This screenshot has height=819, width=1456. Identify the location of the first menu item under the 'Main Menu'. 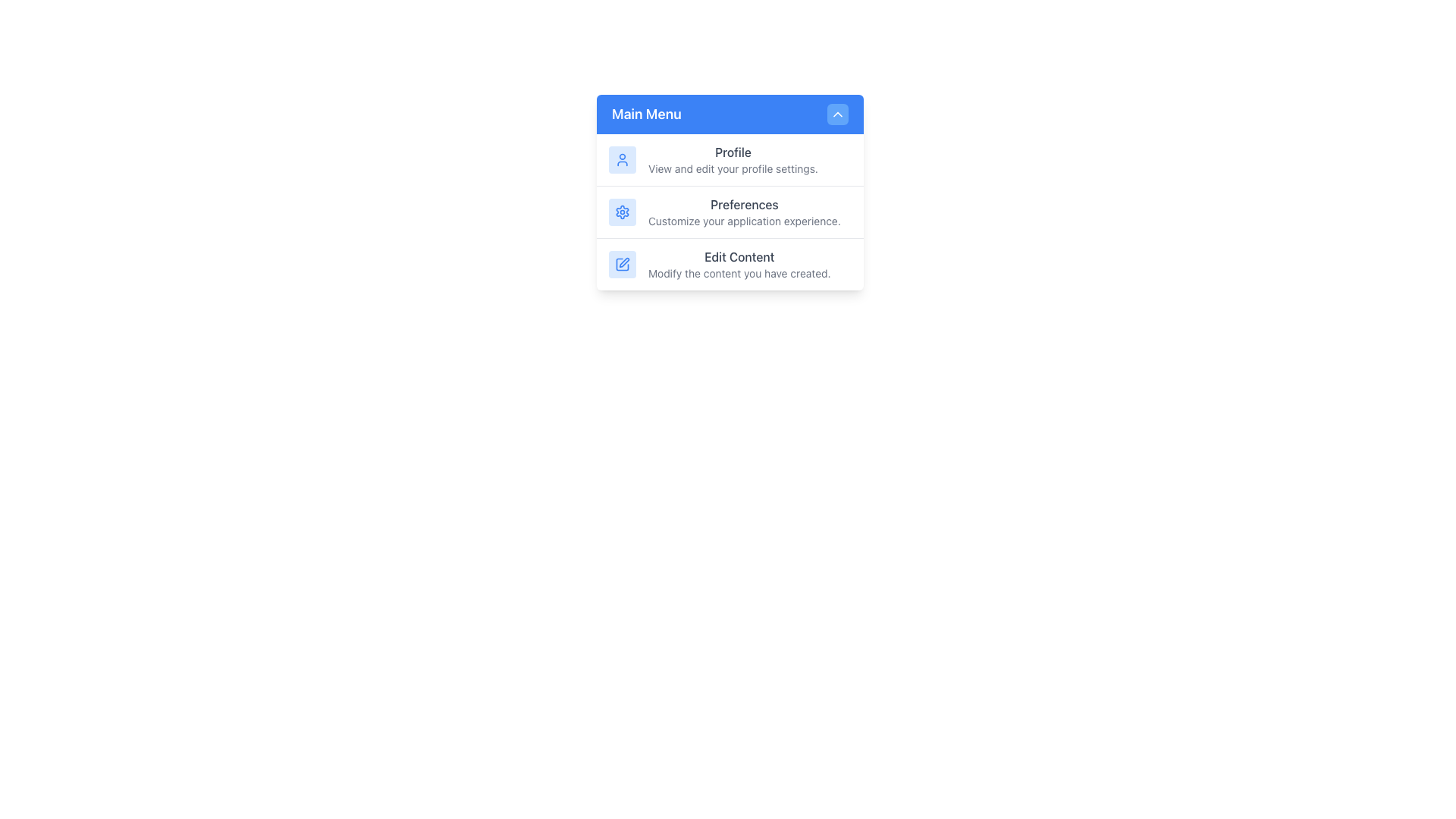
(730, 160).